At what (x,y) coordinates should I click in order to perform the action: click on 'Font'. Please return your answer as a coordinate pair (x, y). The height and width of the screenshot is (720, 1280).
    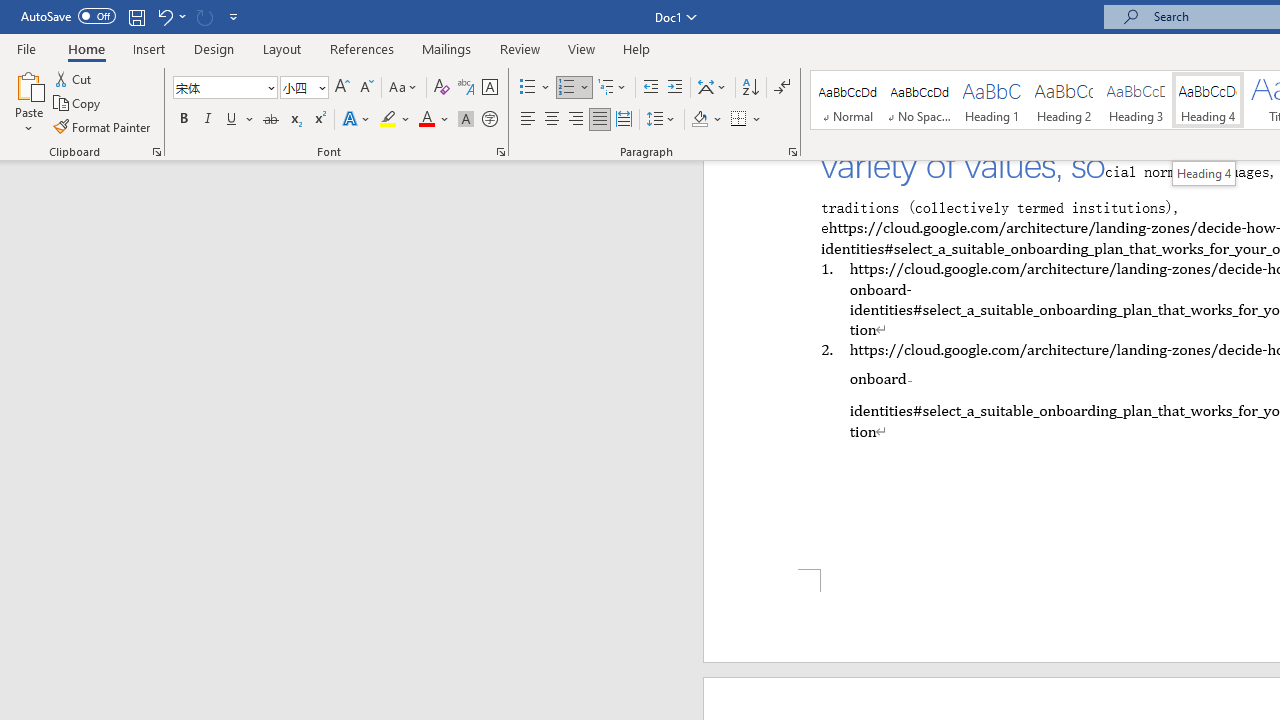
    Looking at the image, I should click on (225, 86).